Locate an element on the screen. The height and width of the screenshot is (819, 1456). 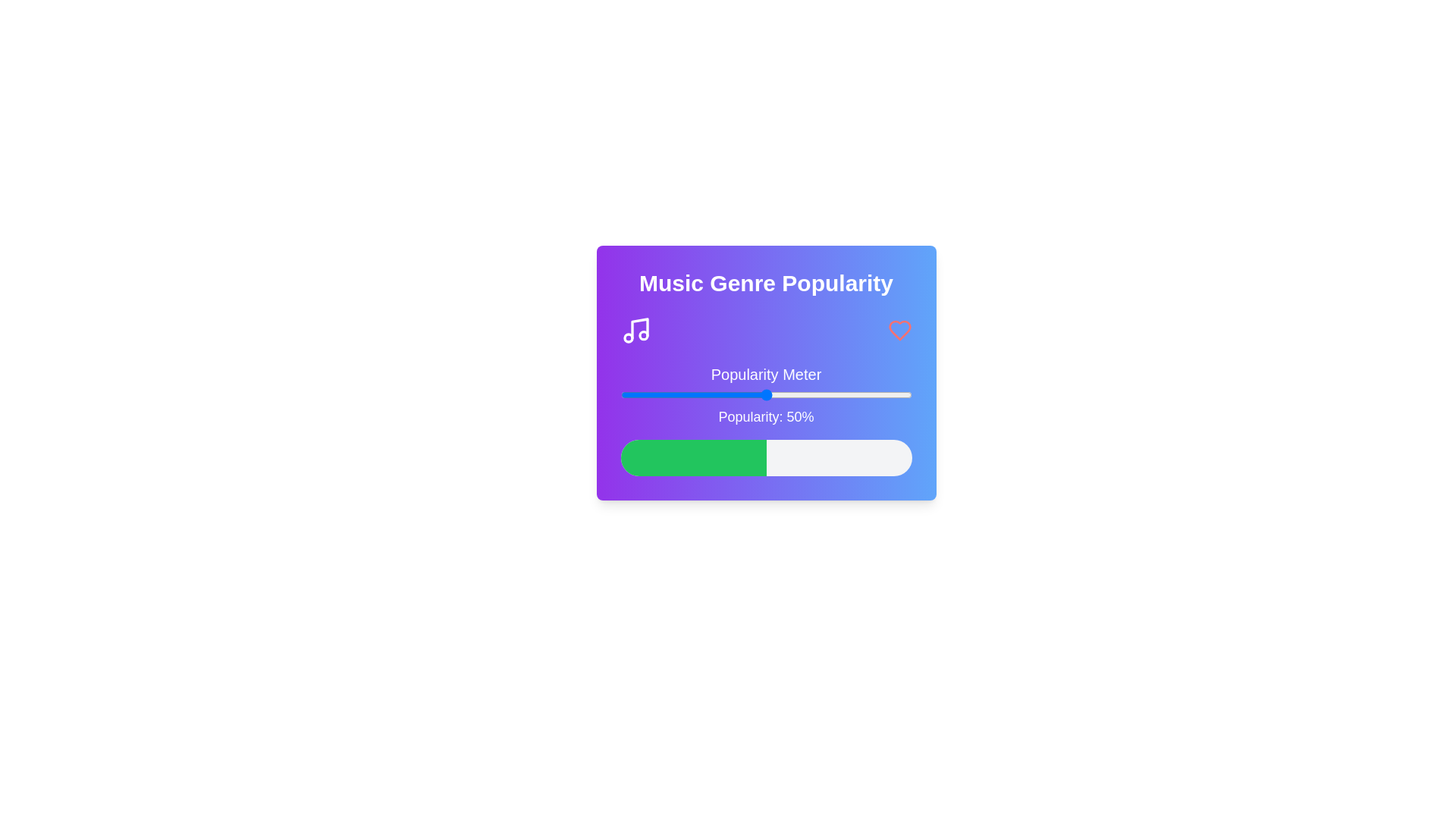
the text displaying the popularity percentage is located at coordinates (766, 417).